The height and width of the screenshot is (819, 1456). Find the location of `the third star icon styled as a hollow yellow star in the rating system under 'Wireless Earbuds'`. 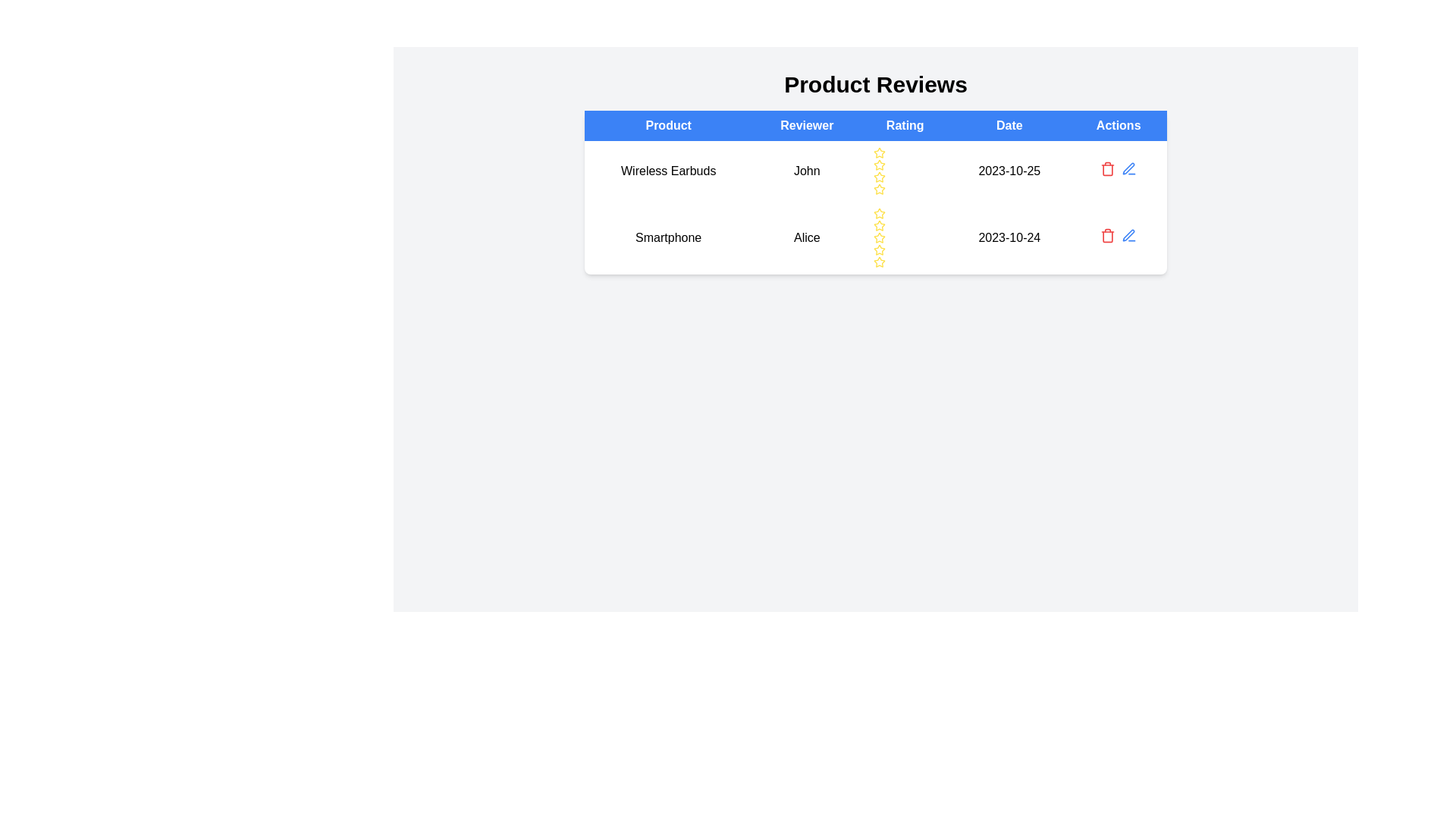

the third star icon styled as a hollow yellow star in the rating system under 'Wireless Earbuds' is located at coordinates (880, 165).